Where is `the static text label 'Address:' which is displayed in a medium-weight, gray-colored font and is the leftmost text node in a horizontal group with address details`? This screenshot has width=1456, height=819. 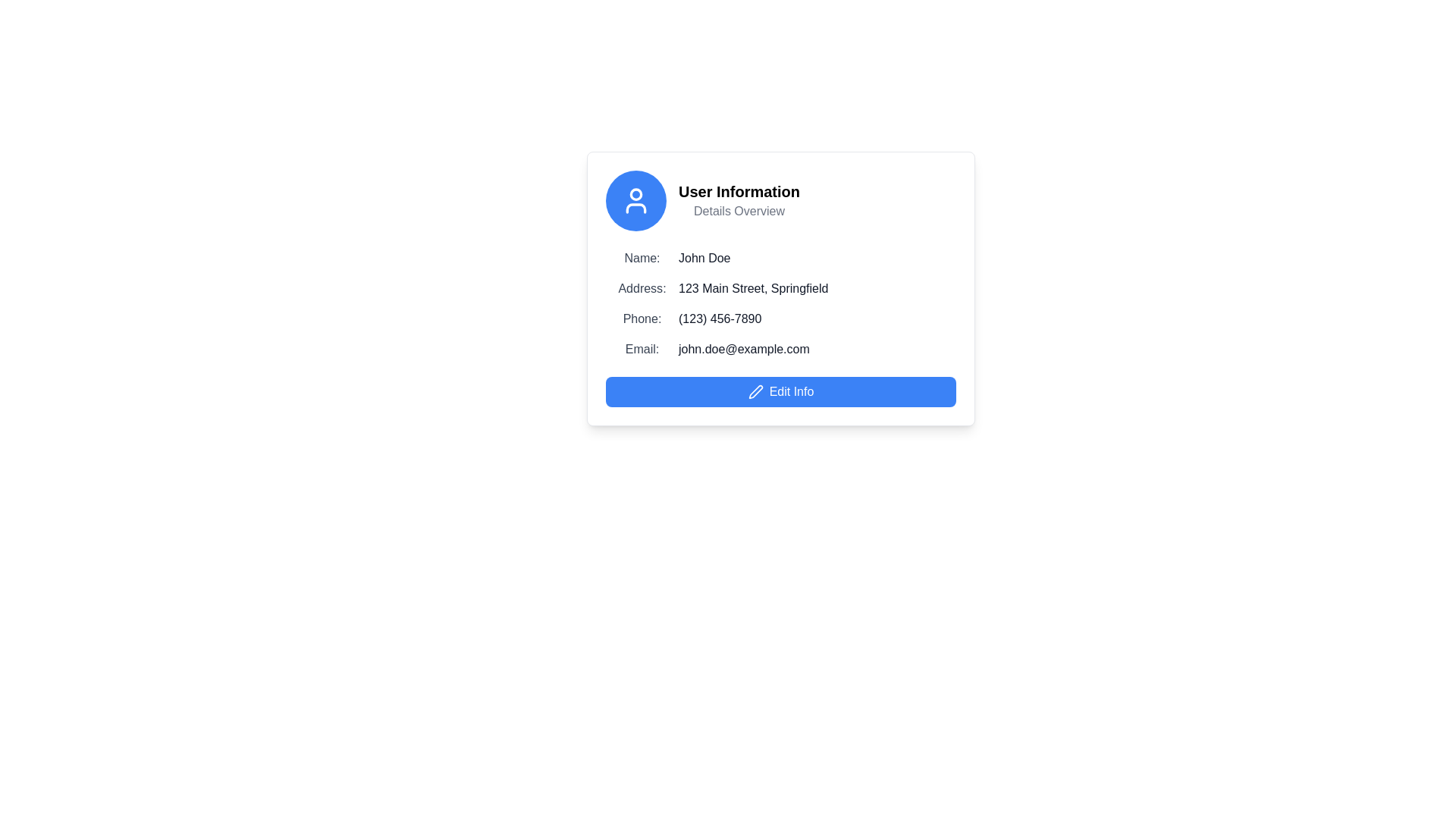
the static text label 'Address:' which is displayed in a medium-weight, gray-colored font and is the leftmost text node in a horizontal group with address details is located at coordinates (642, 289).